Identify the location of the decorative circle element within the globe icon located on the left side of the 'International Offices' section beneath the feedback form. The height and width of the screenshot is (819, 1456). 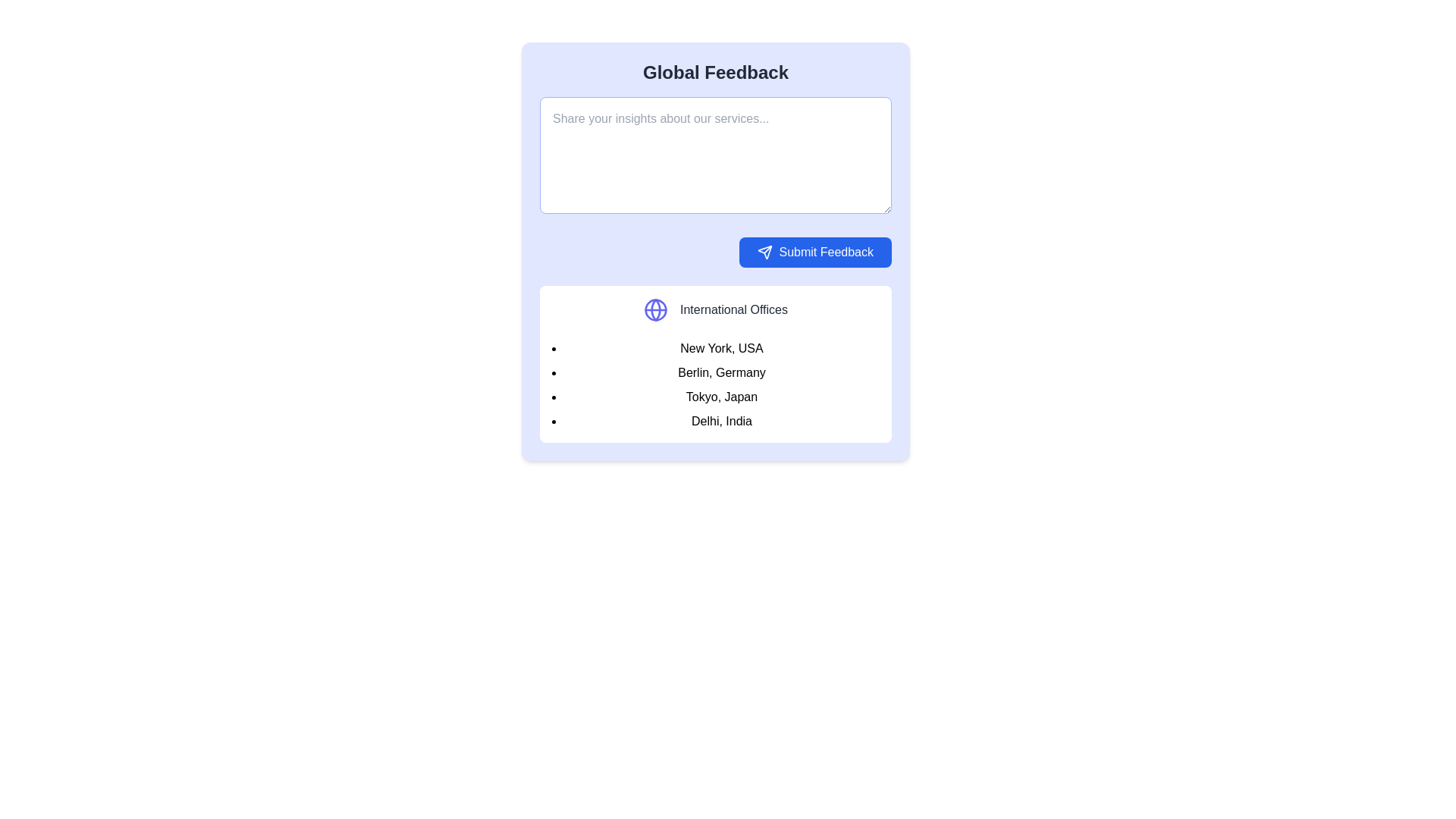
(655, 309).